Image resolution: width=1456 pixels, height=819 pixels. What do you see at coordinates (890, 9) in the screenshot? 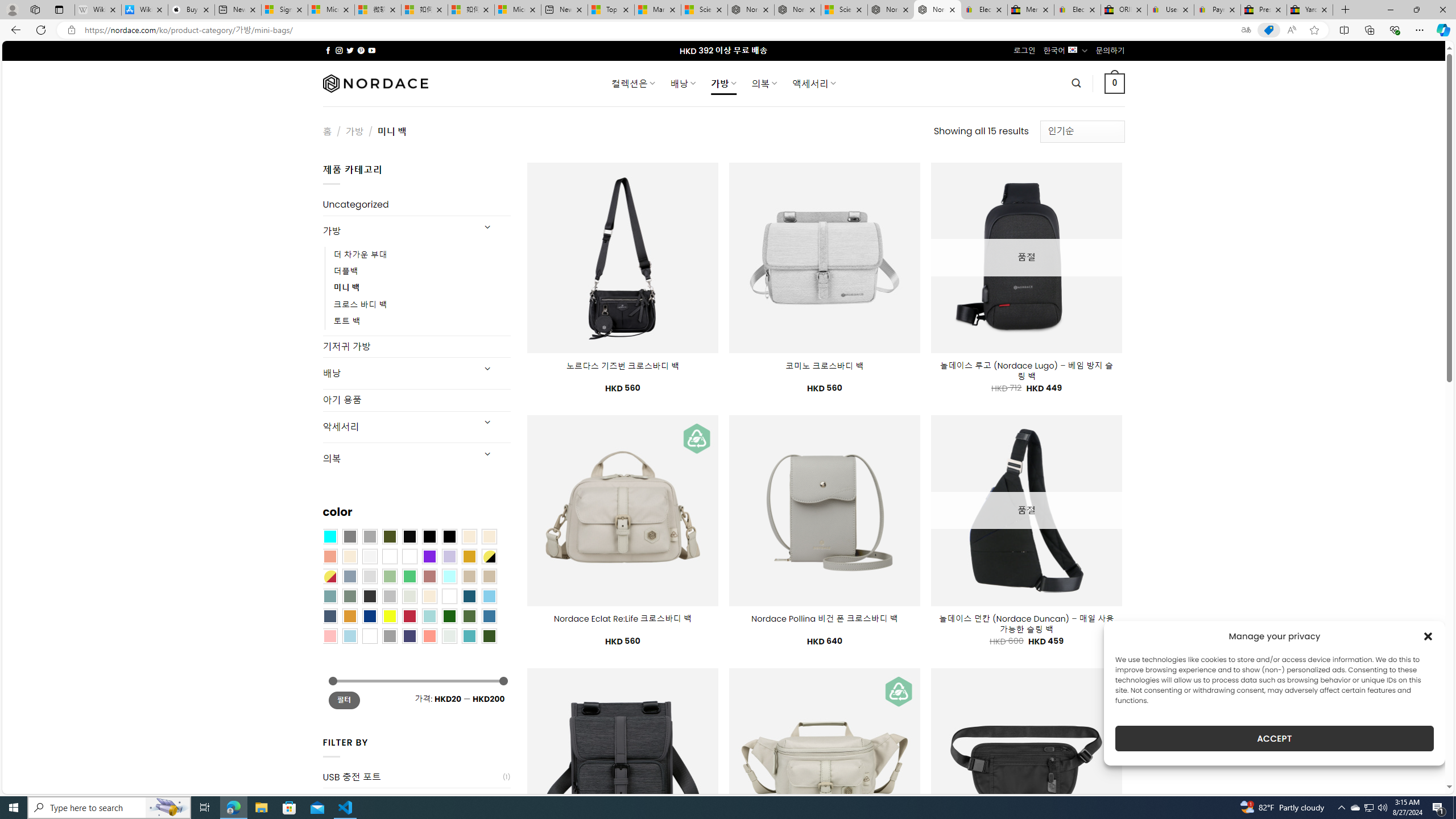
I see `'Nordace - Summer Adventures 2024'` at bounding box center [890, 9].